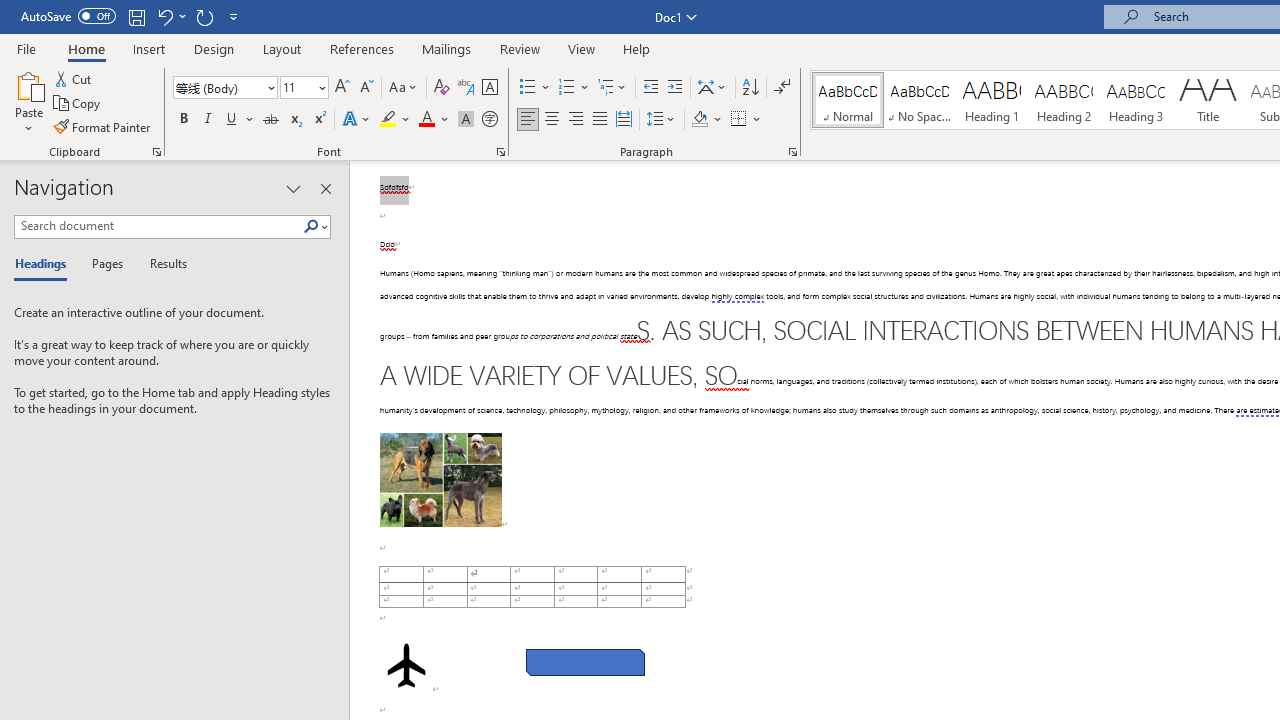 The image size is (1280, 720). I want to click on 'Search', so click(314, 226).